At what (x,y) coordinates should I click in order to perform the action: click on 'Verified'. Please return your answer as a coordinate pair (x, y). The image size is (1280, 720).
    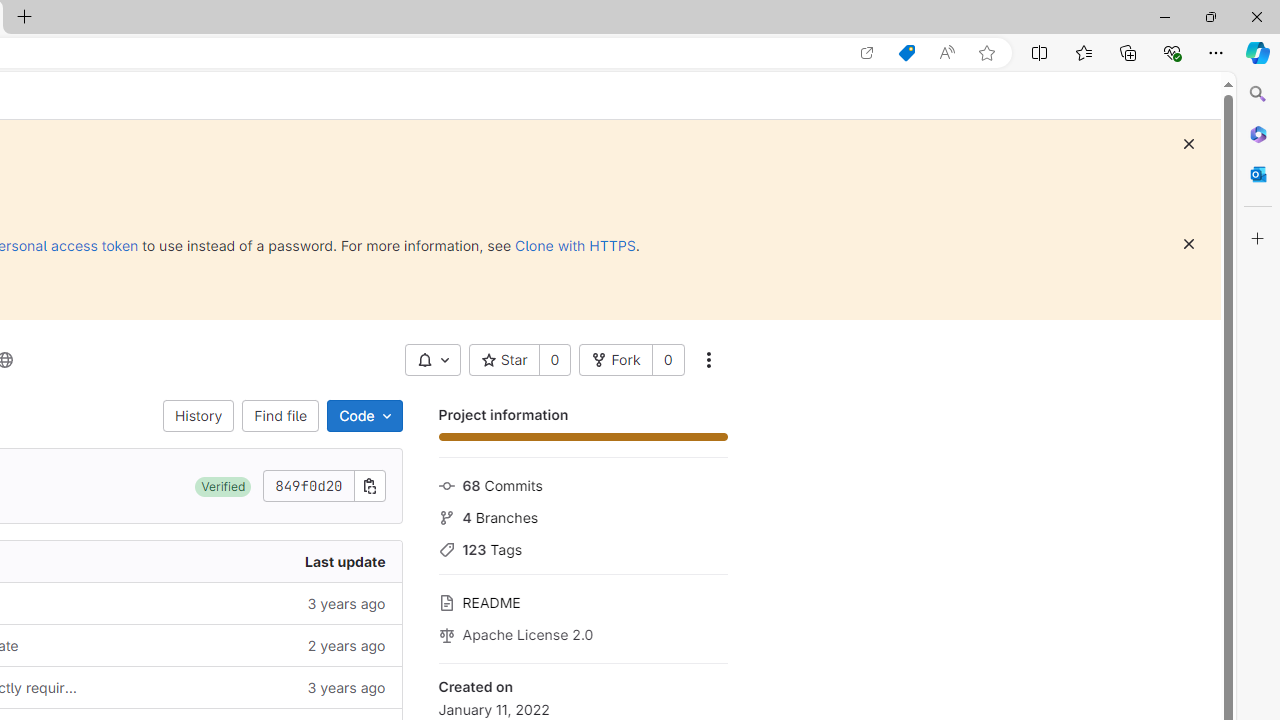
    Looking at the image, I should click on (223, 486).